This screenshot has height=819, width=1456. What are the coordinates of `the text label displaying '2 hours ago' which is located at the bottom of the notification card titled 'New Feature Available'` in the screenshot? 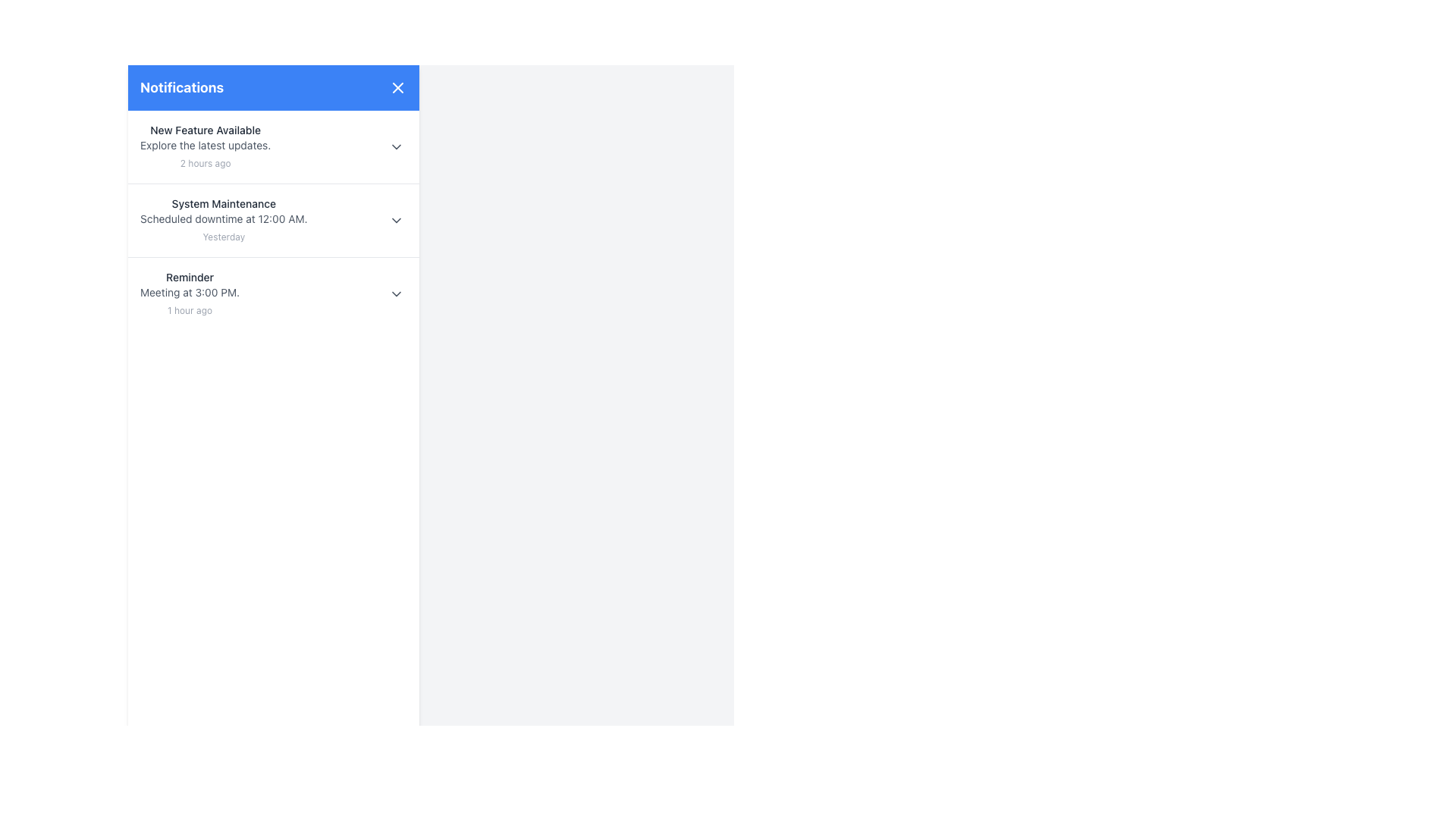 It's located at (205, 163).